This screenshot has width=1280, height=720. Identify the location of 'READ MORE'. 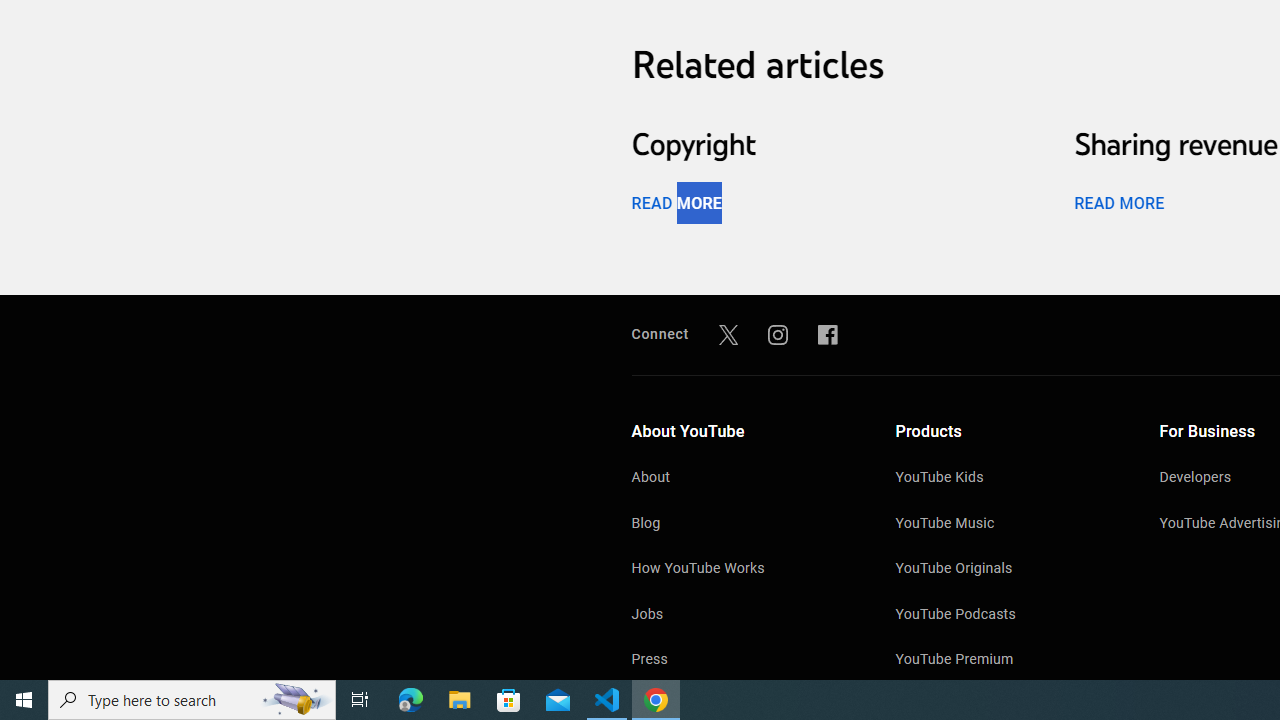
(1118, 203).